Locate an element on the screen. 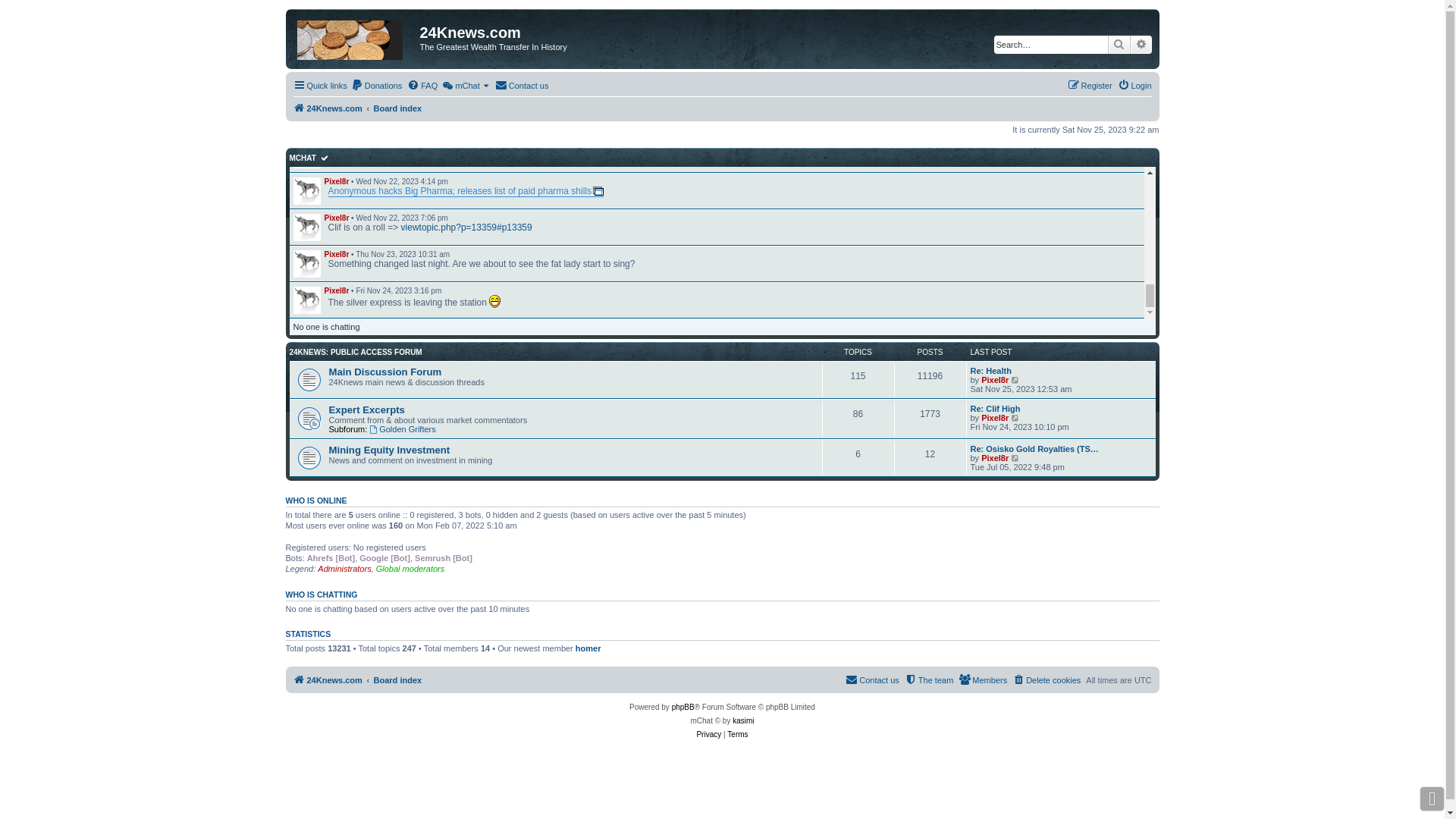  'The team' is located at coordinates (927, 679).